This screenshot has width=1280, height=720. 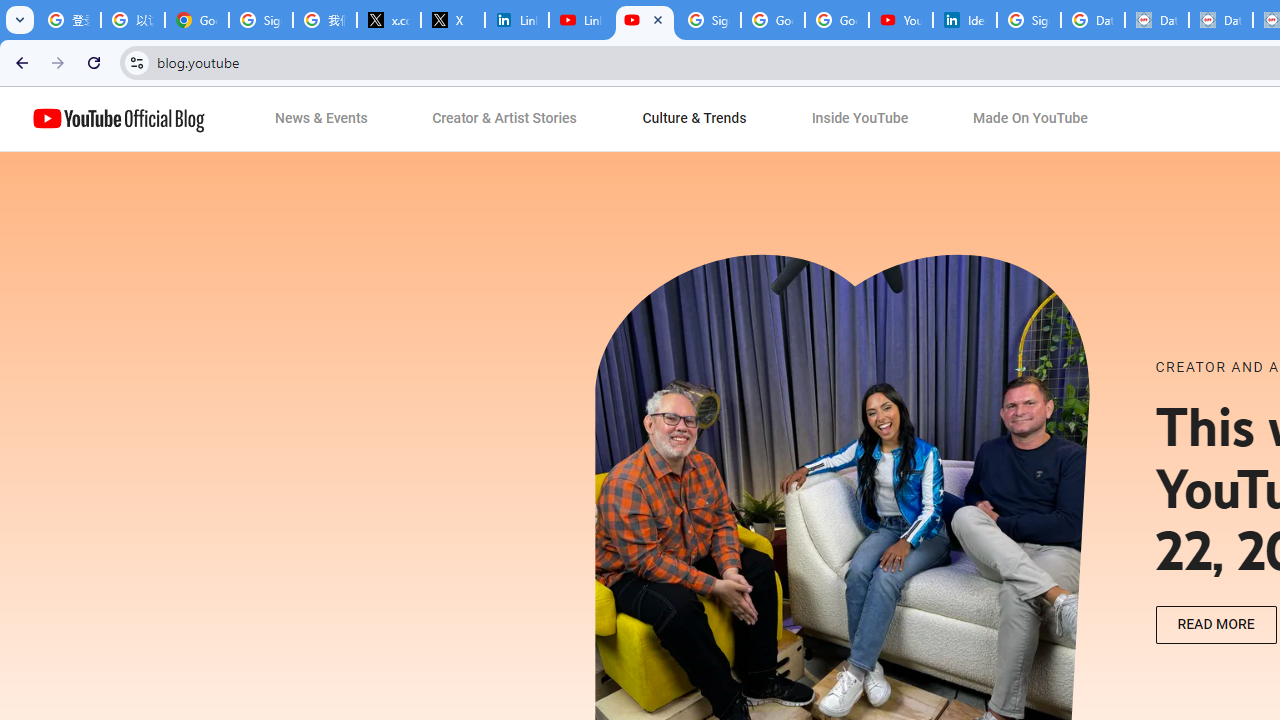 I want to click on 'News & Events', so click(x=321, y=119).